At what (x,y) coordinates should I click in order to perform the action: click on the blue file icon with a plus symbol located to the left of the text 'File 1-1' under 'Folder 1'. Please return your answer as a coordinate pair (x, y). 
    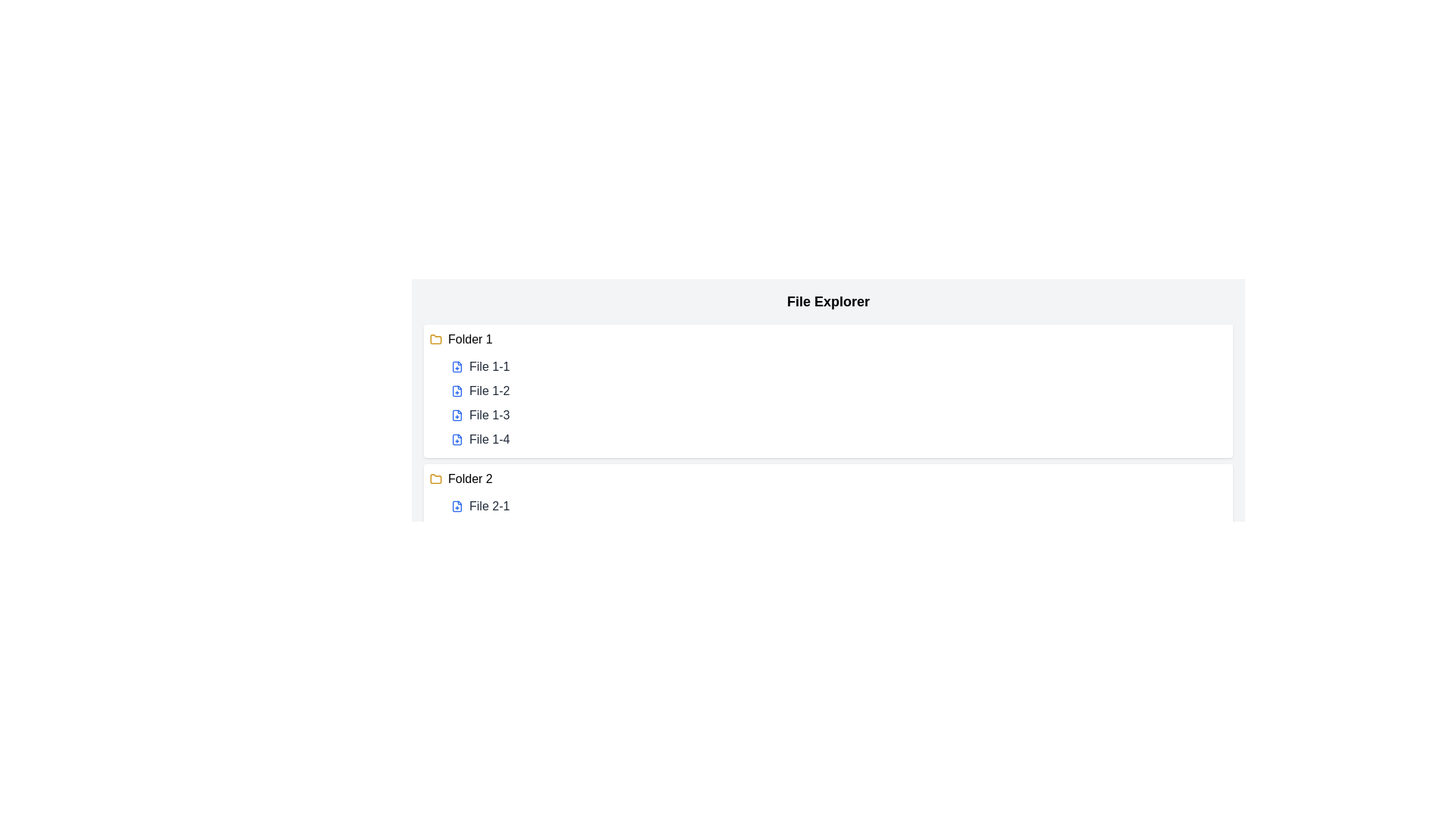
    Looking at the image, I should click on (457, 366).